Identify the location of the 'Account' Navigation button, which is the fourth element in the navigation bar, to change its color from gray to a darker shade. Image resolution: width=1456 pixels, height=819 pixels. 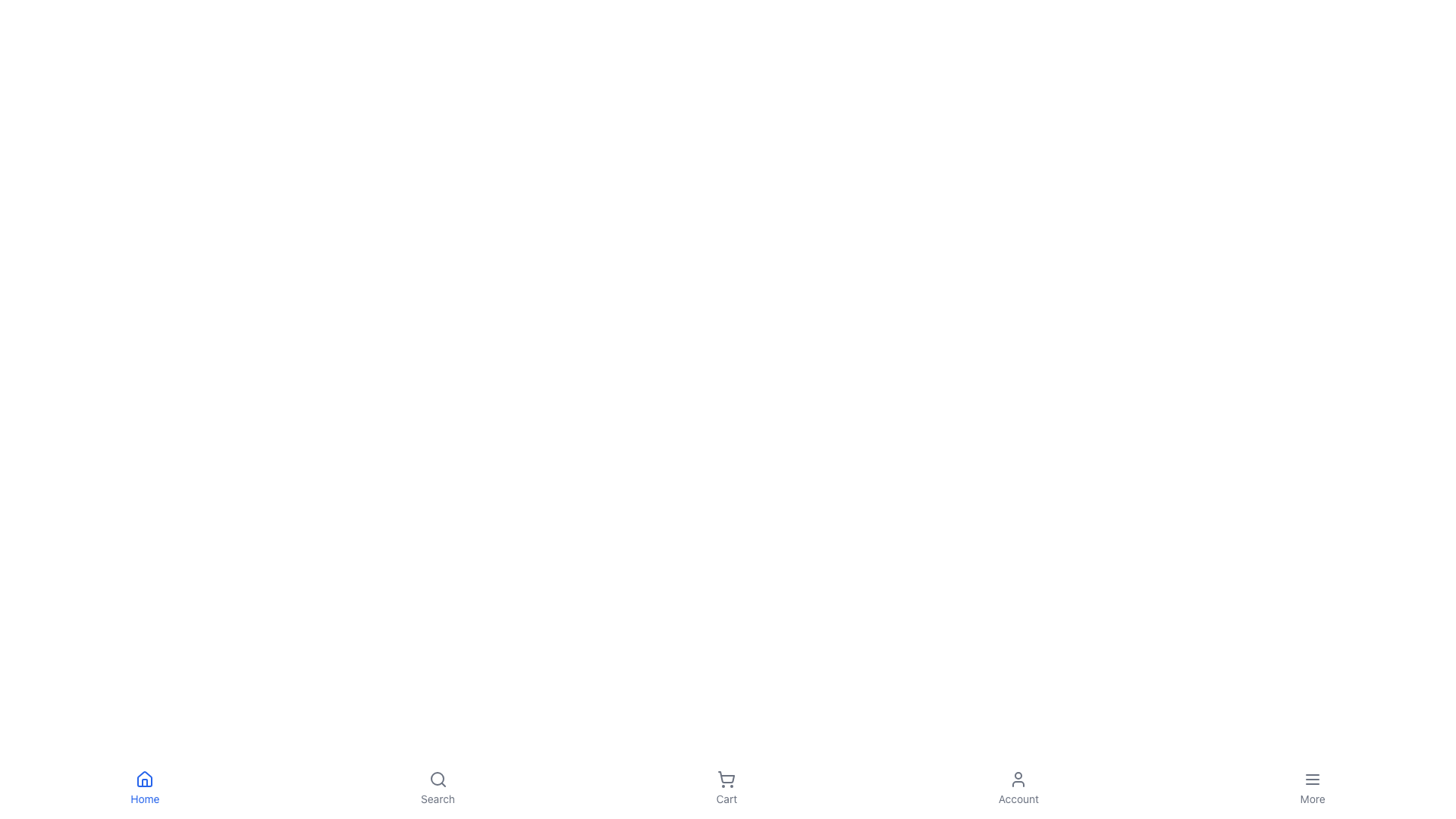
(1018, 788).